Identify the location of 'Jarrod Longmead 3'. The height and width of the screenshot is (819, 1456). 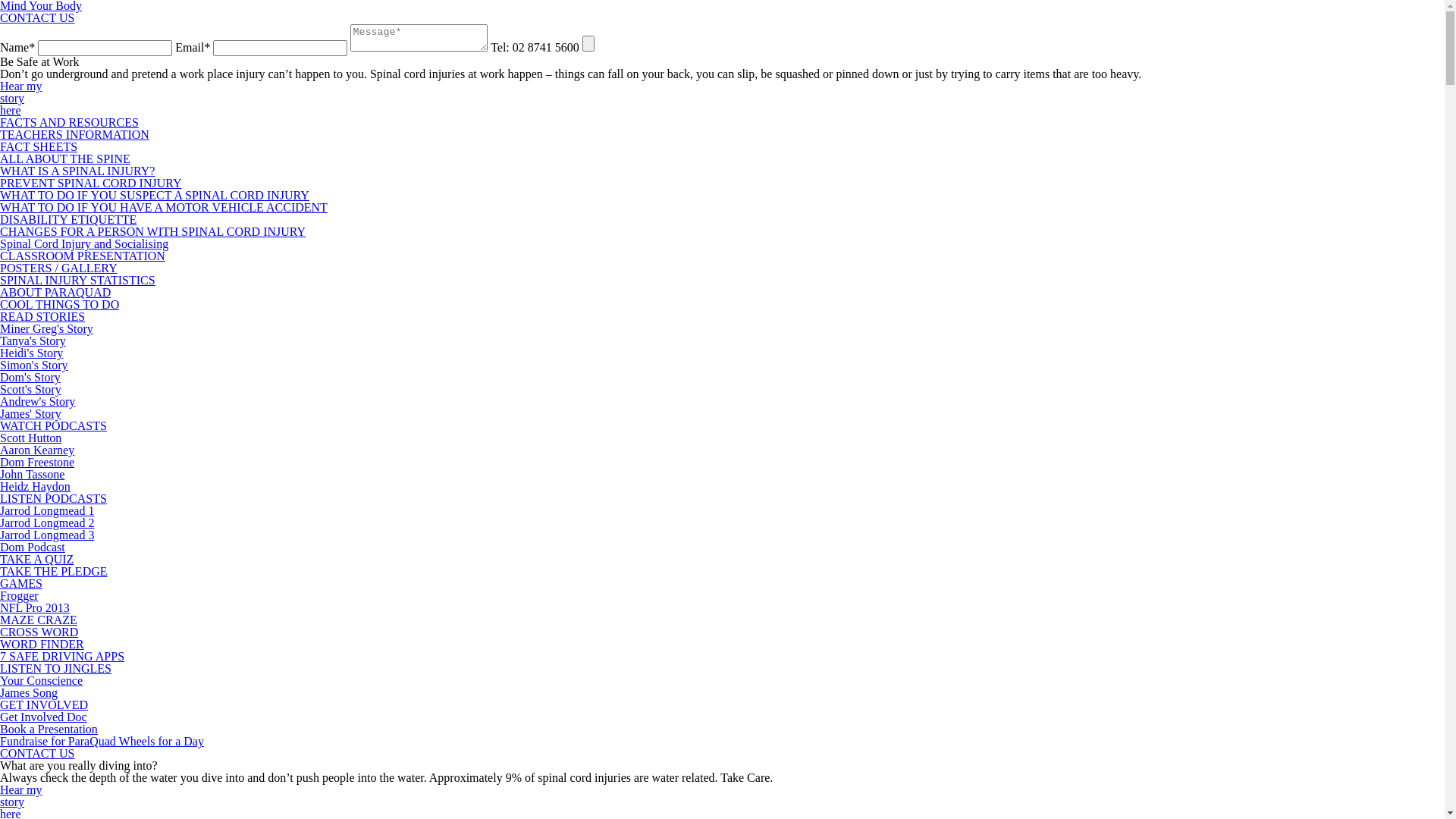
(47, 534).